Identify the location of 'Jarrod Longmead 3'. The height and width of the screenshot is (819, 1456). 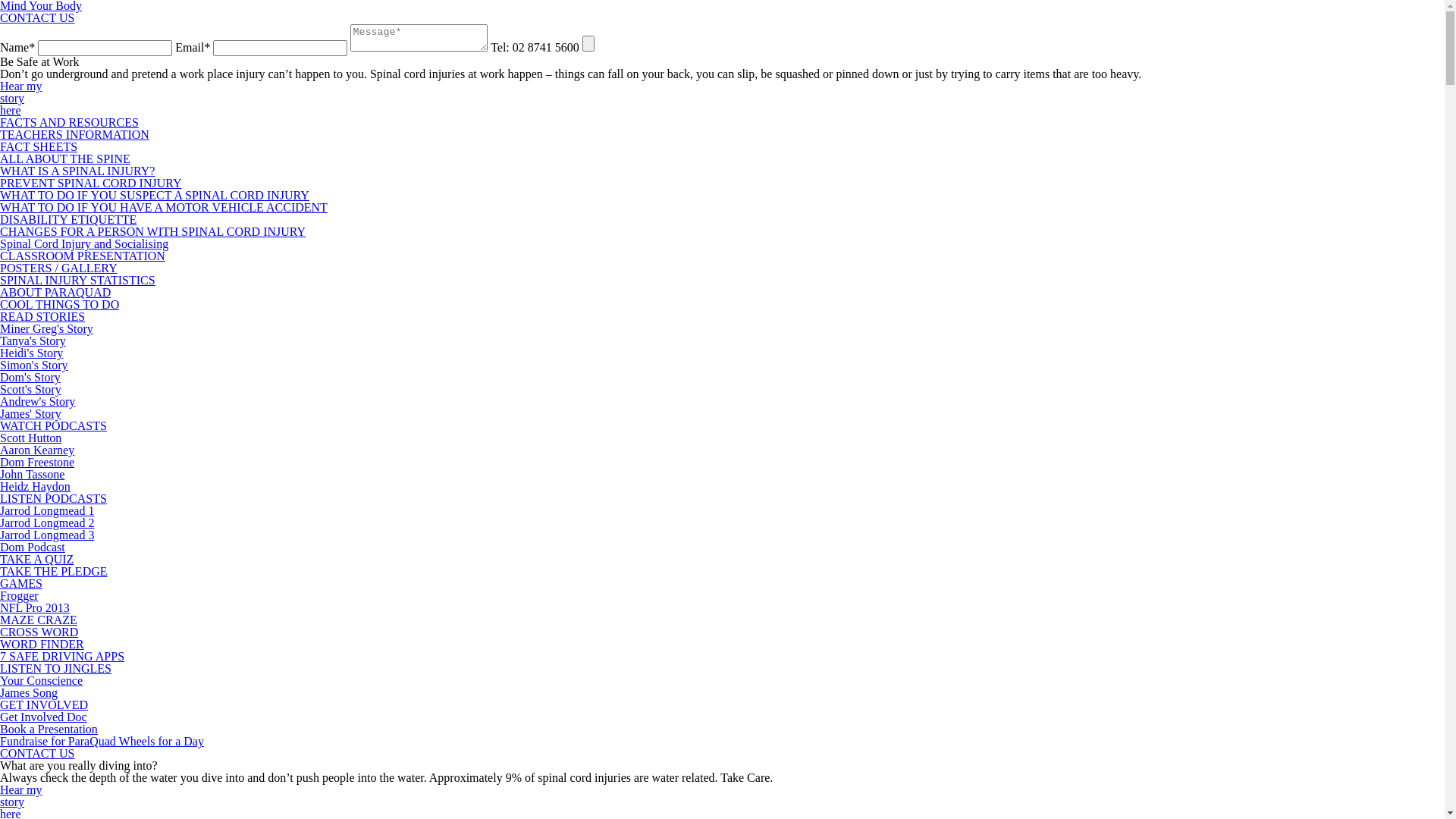
(47, 534).